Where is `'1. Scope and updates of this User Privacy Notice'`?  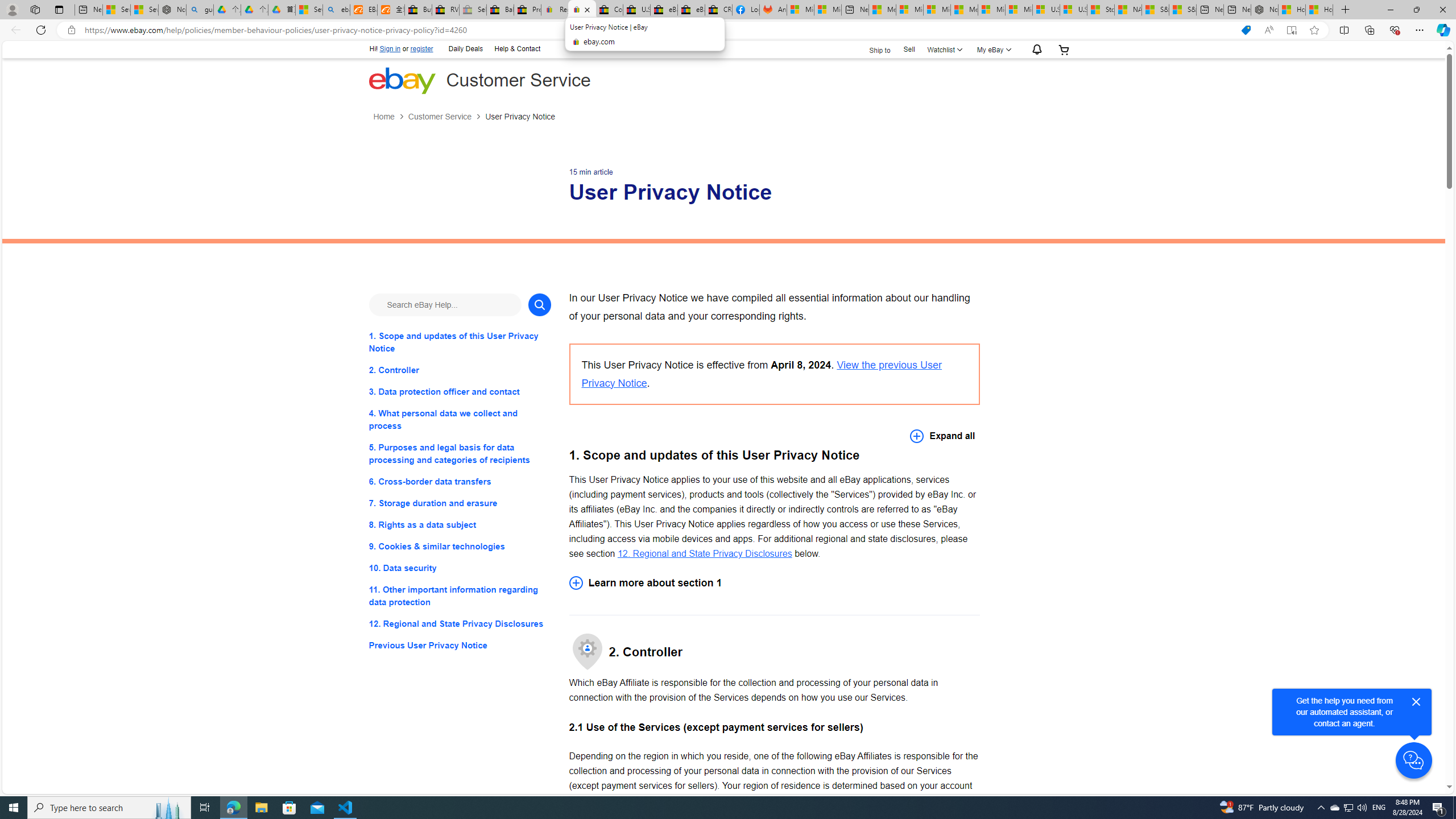
'1. Scope and updates of this User Privacy Notice' is located at coordinates (459, 342).